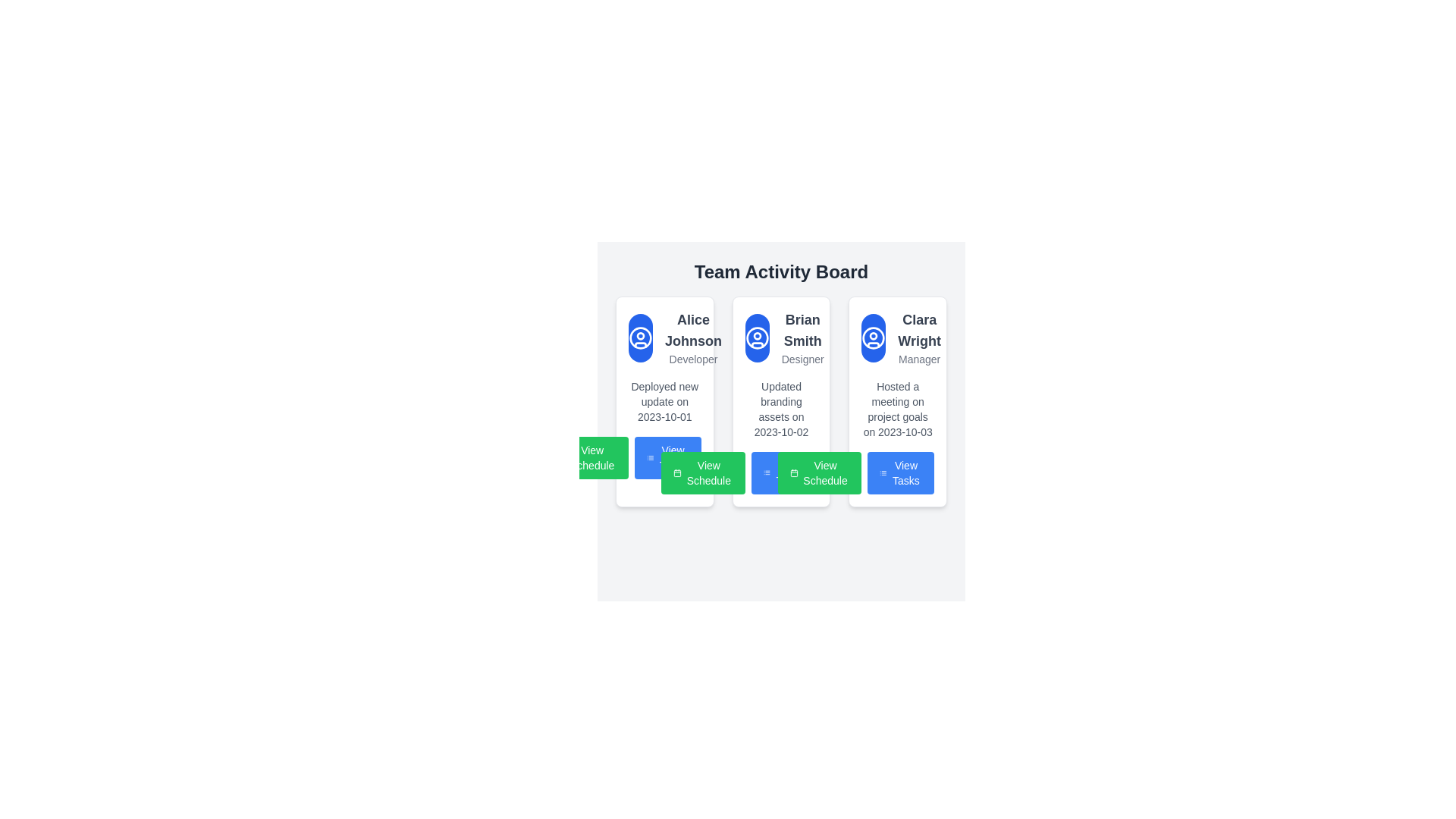  What do you see at coordinates (918, 337) in the screenshot?
I see `text displayed in the bold title 'Clara Wright' and the subtitle 'Manager' from the text label located in the rightmost card of the Team Activity Board` at bounding box center [918, 337].